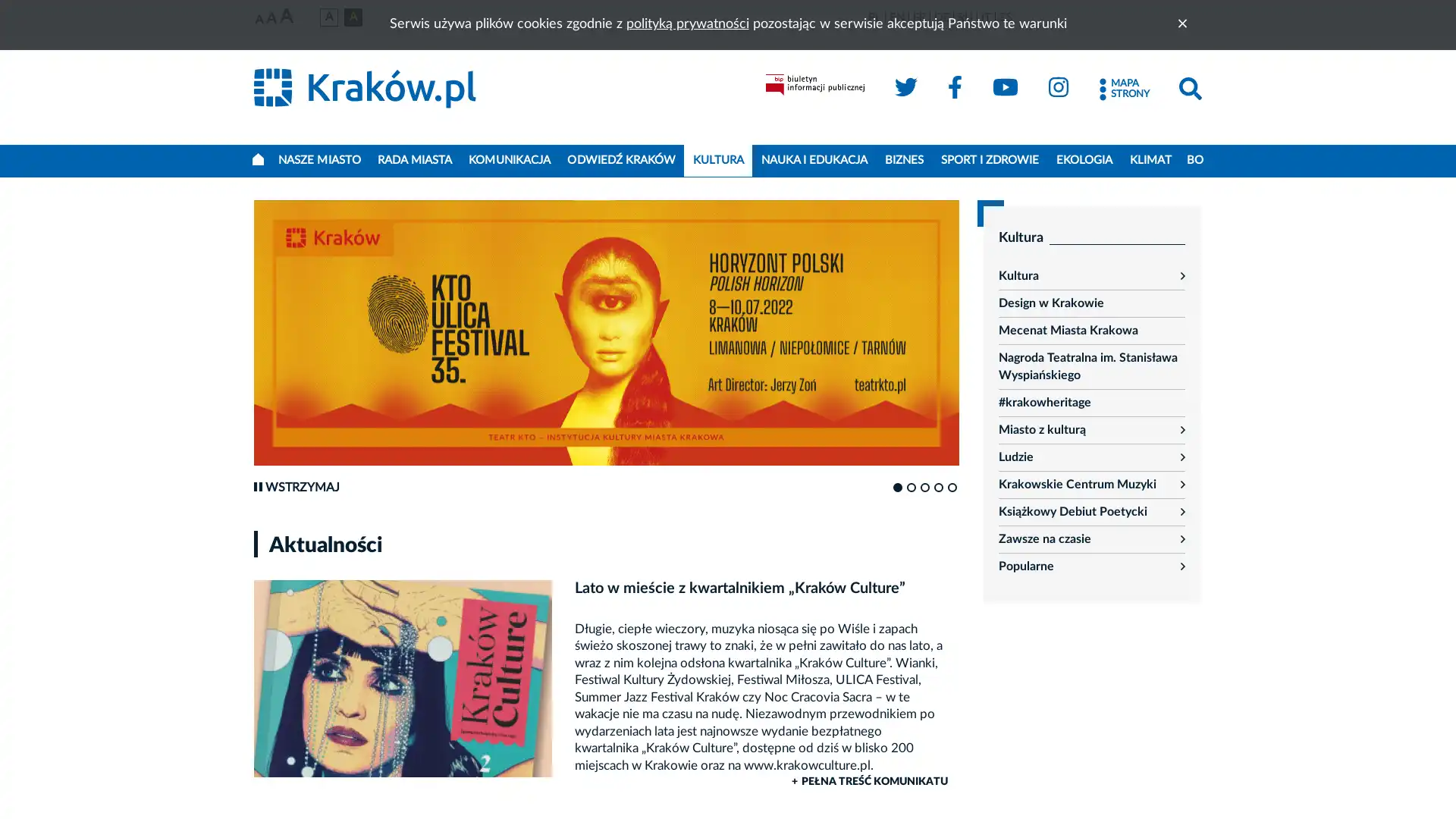 This screenshot has height=819, width=1456. What do you see at coordinates (938, 488) in the screenshot?
I see `Go to slide 4` at bounding box center [938, 488].